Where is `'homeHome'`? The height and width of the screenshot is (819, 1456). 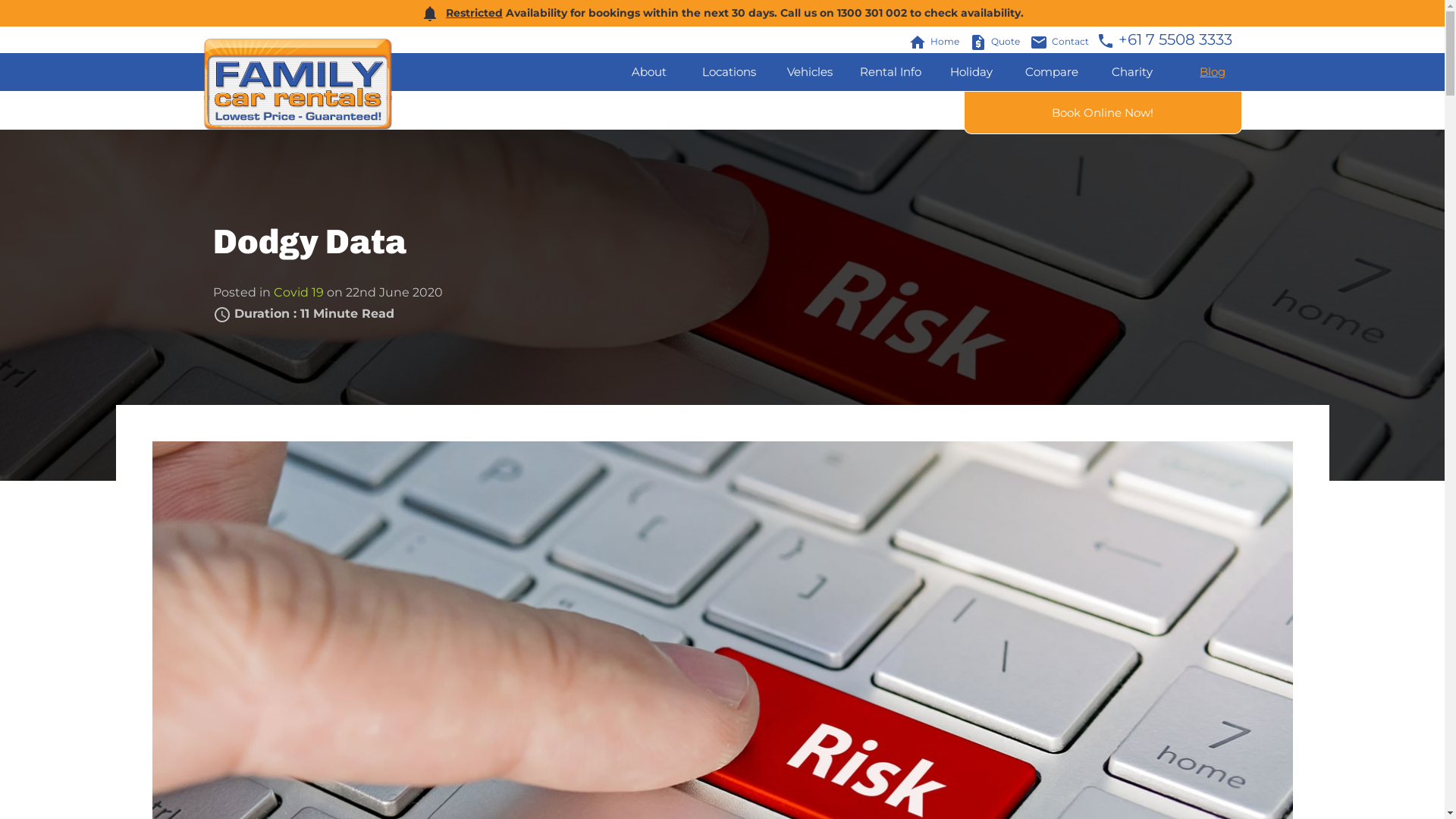
'homeHome' is located at coordinates (937, 40).